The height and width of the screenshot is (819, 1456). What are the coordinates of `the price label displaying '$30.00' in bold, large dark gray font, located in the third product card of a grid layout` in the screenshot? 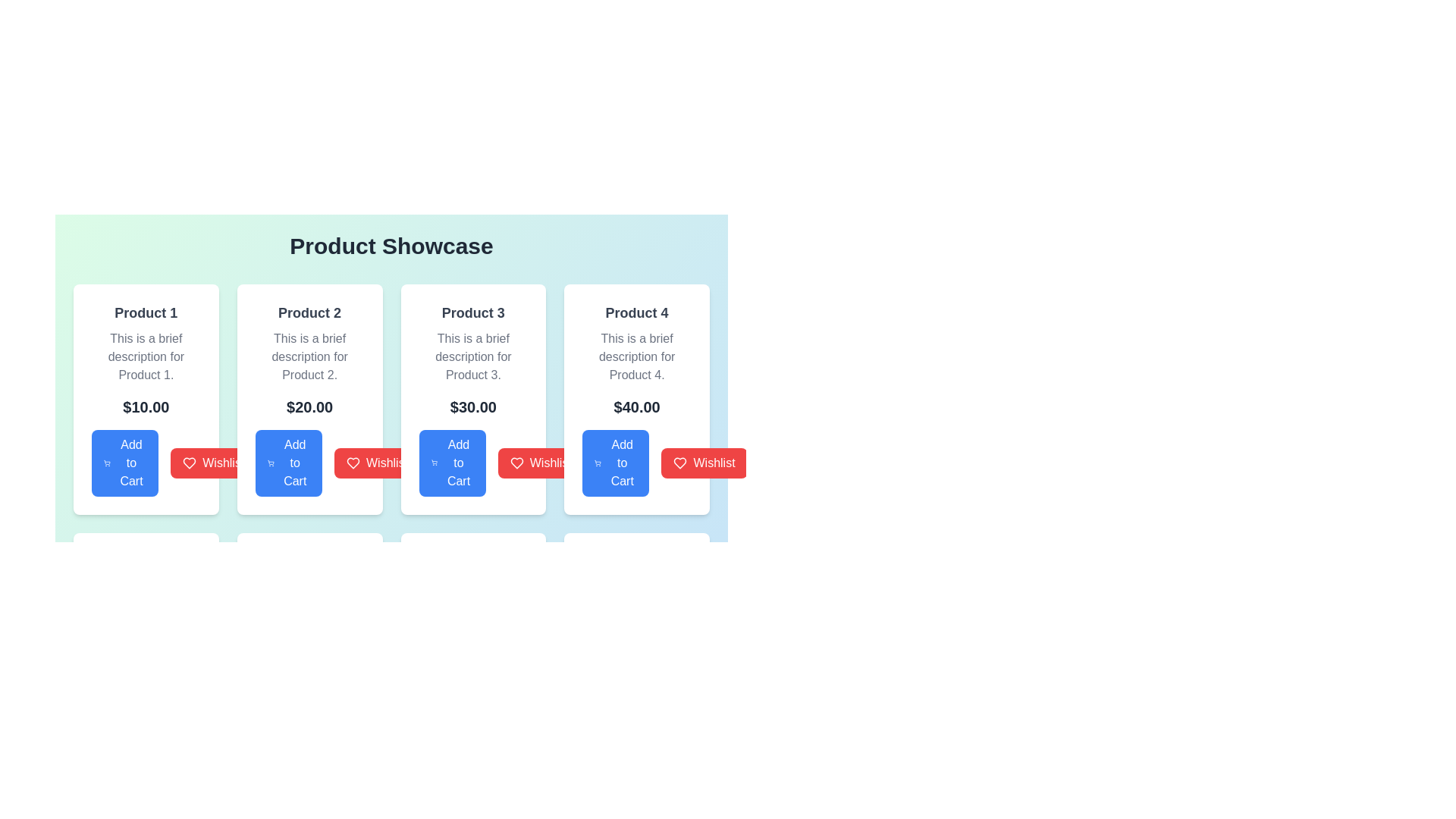 It's located at (472, 406).